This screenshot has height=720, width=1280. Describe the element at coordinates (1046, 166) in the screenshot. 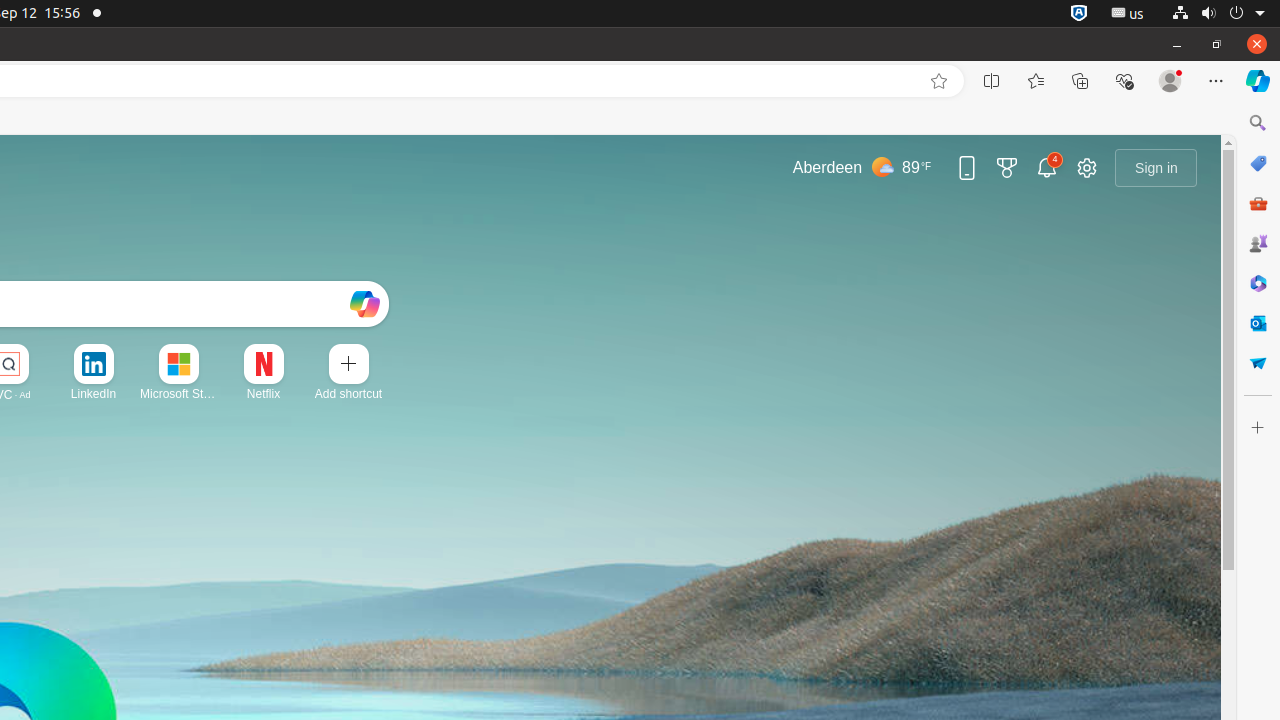

I see `'Notifications'` at that location.